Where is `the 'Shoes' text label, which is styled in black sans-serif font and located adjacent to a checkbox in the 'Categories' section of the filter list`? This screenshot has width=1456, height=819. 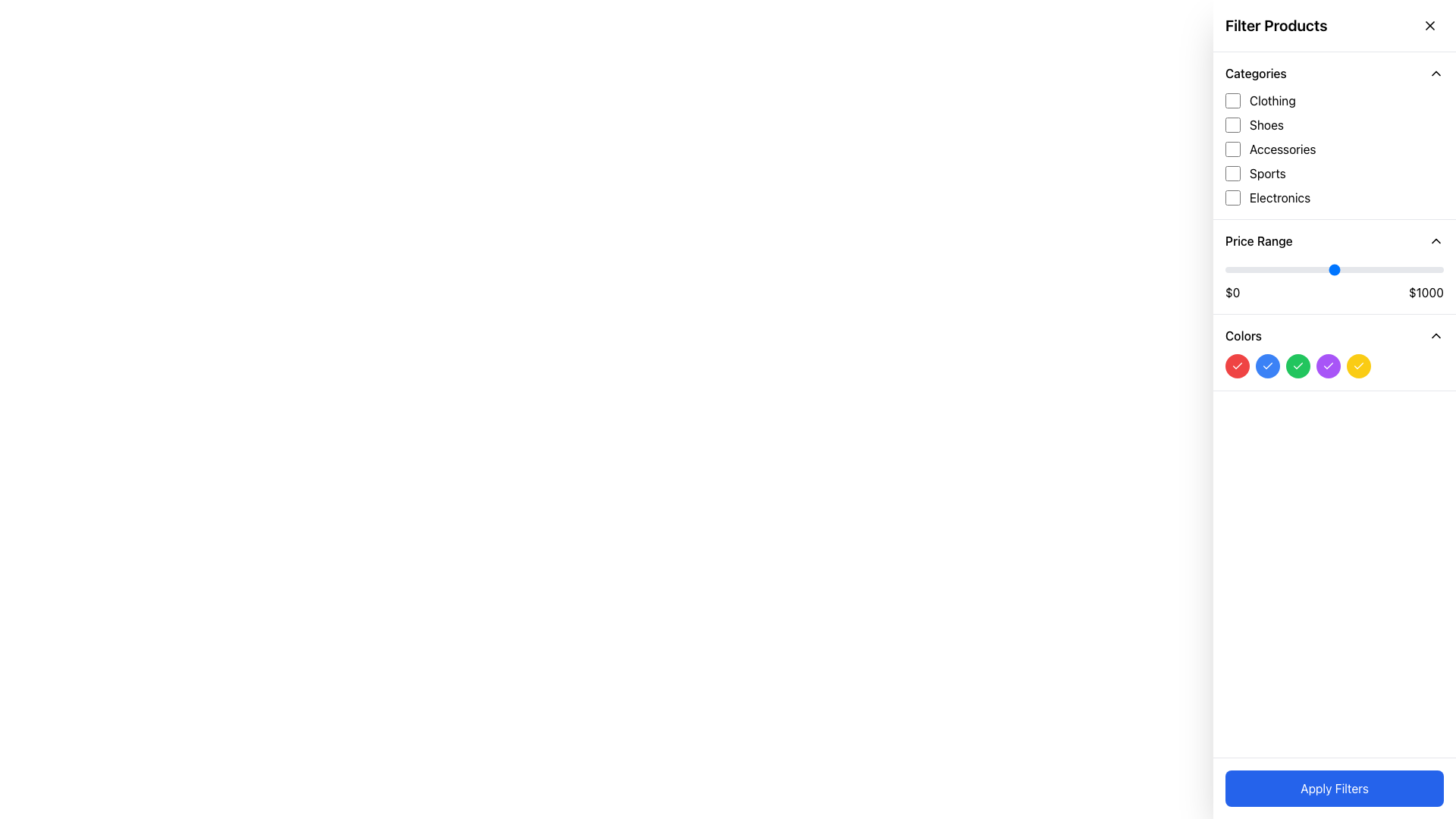
the 'Shoes' text label, which is styled in black sans-serif font and located adjacent to a checkbox in the 'Categories' section of the filter list is located at coordinates (1266, 124).